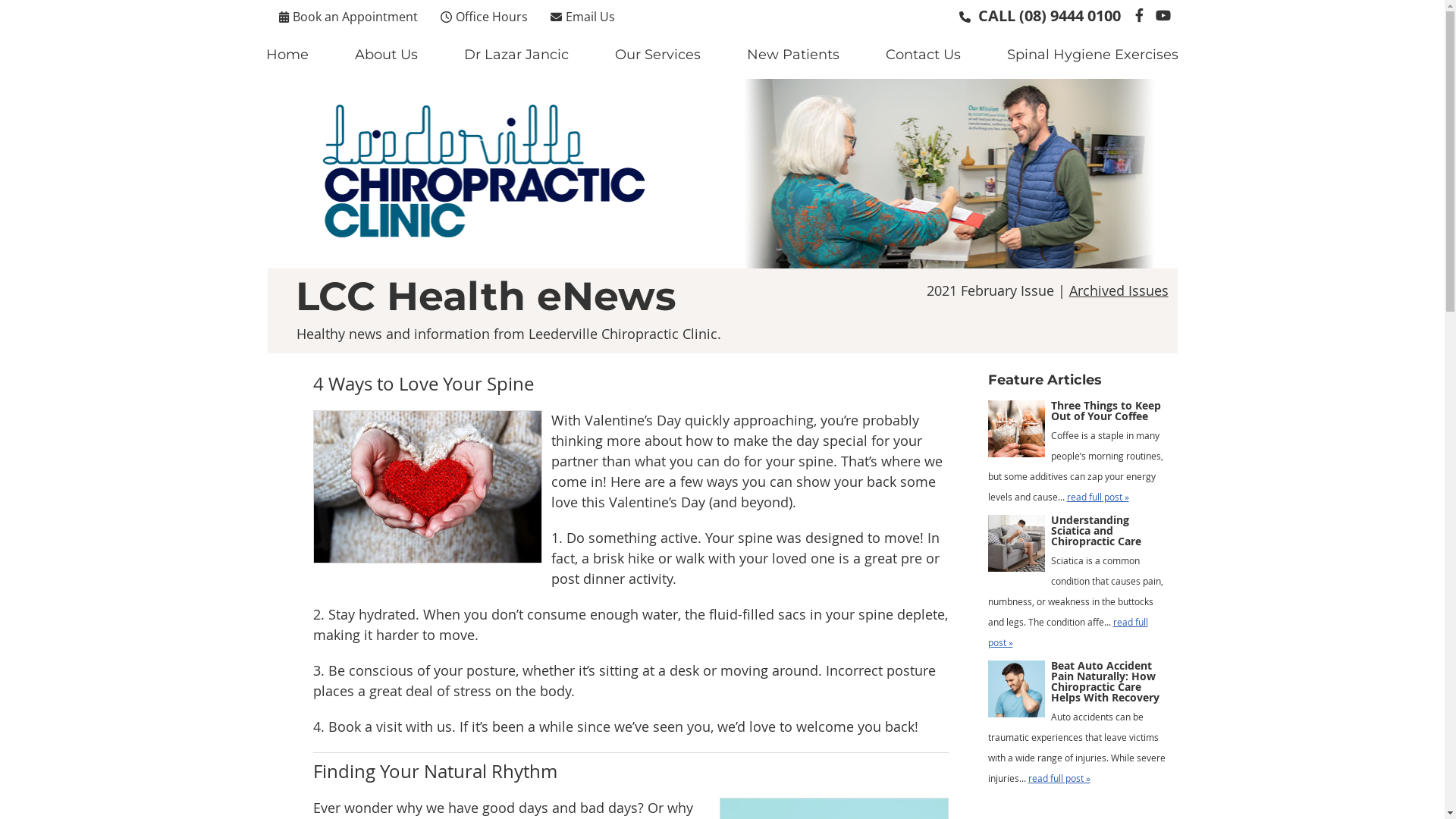  I want to click on 'New Patients', so click(792, 54).